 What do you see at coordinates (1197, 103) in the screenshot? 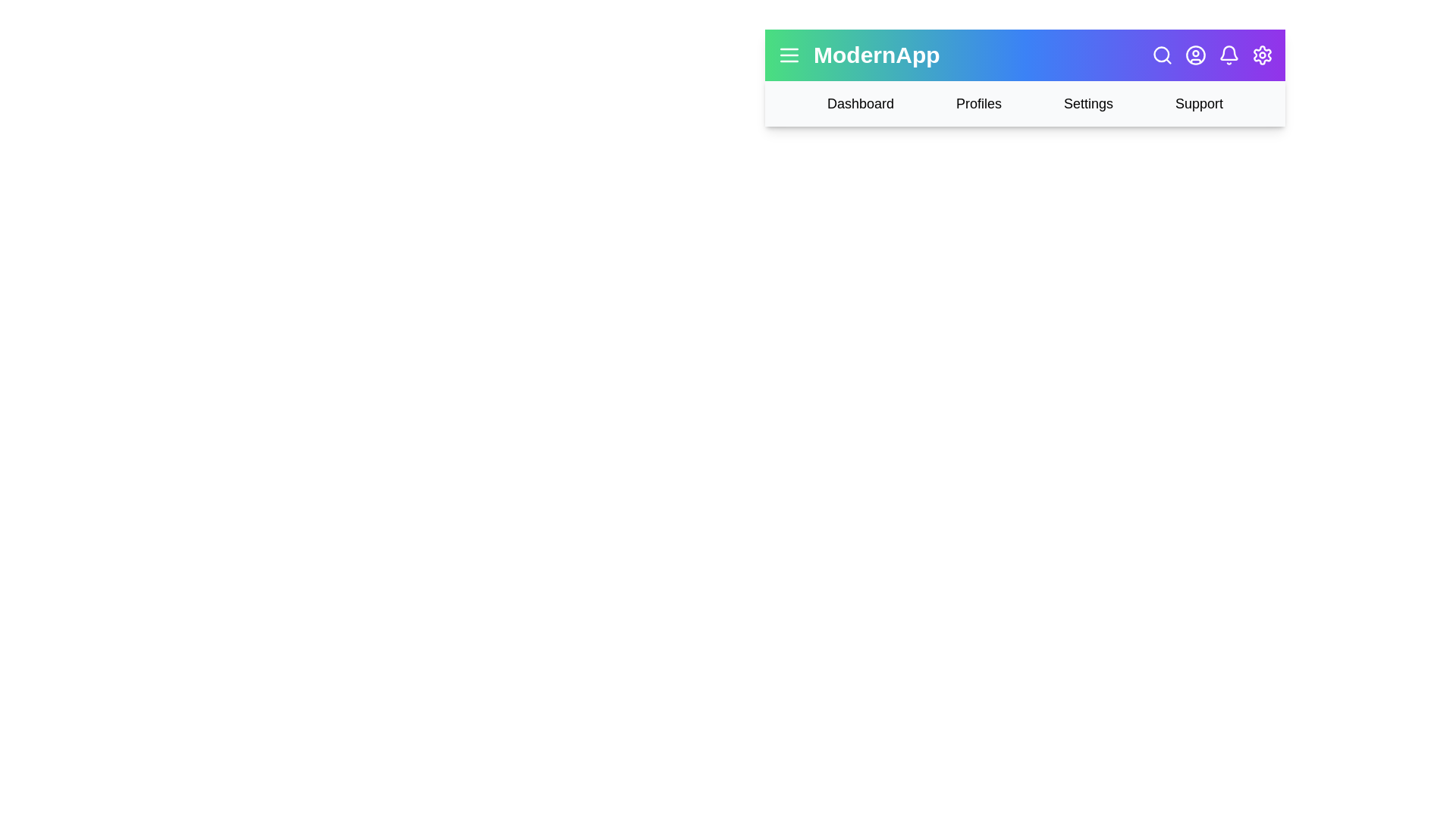
I see `the 'Support' navigation link` at bounding box center [1197, 103].